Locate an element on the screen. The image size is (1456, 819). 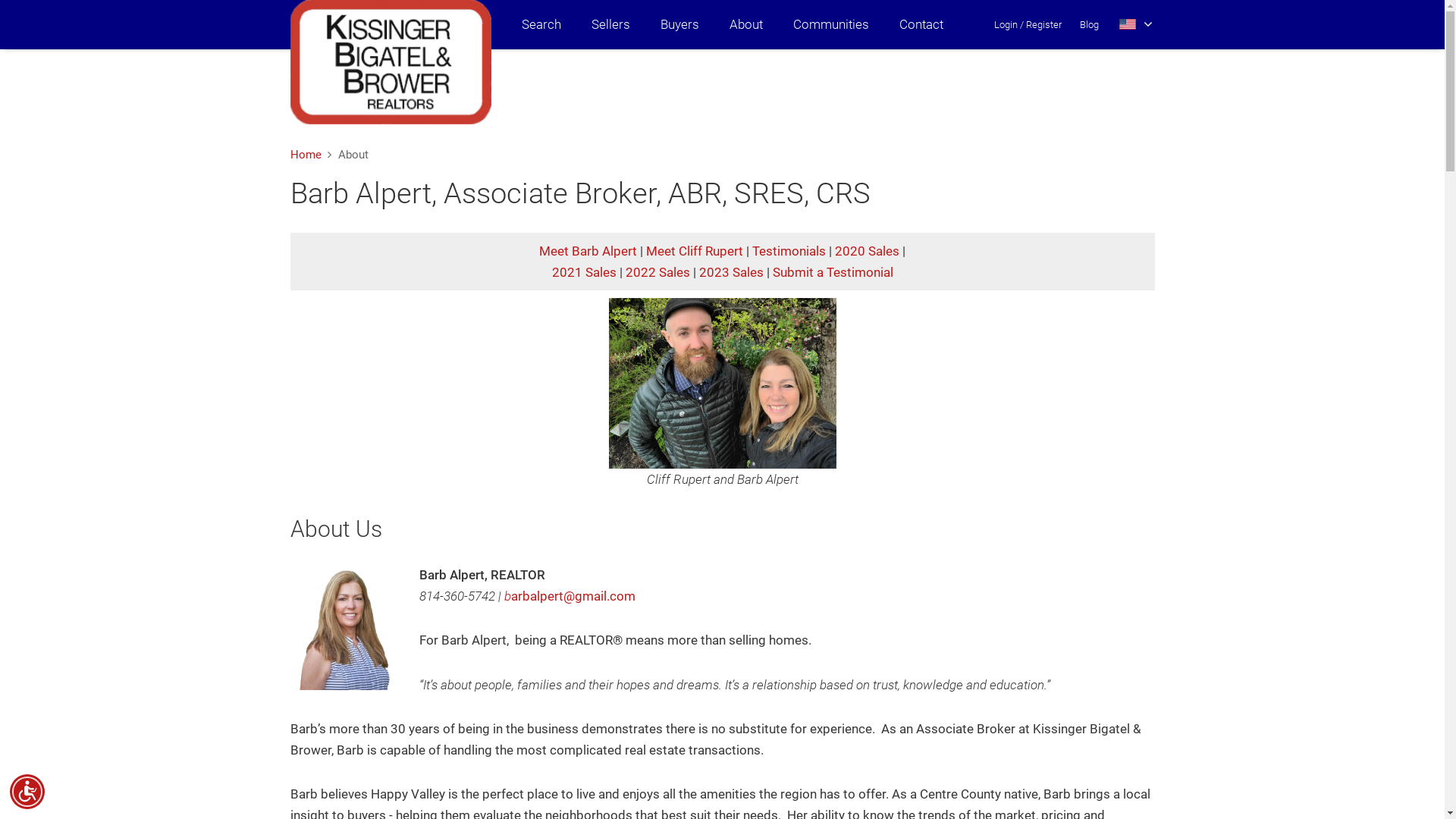
'Photo of Barb Alpert' is located at coordinates (345, 629).